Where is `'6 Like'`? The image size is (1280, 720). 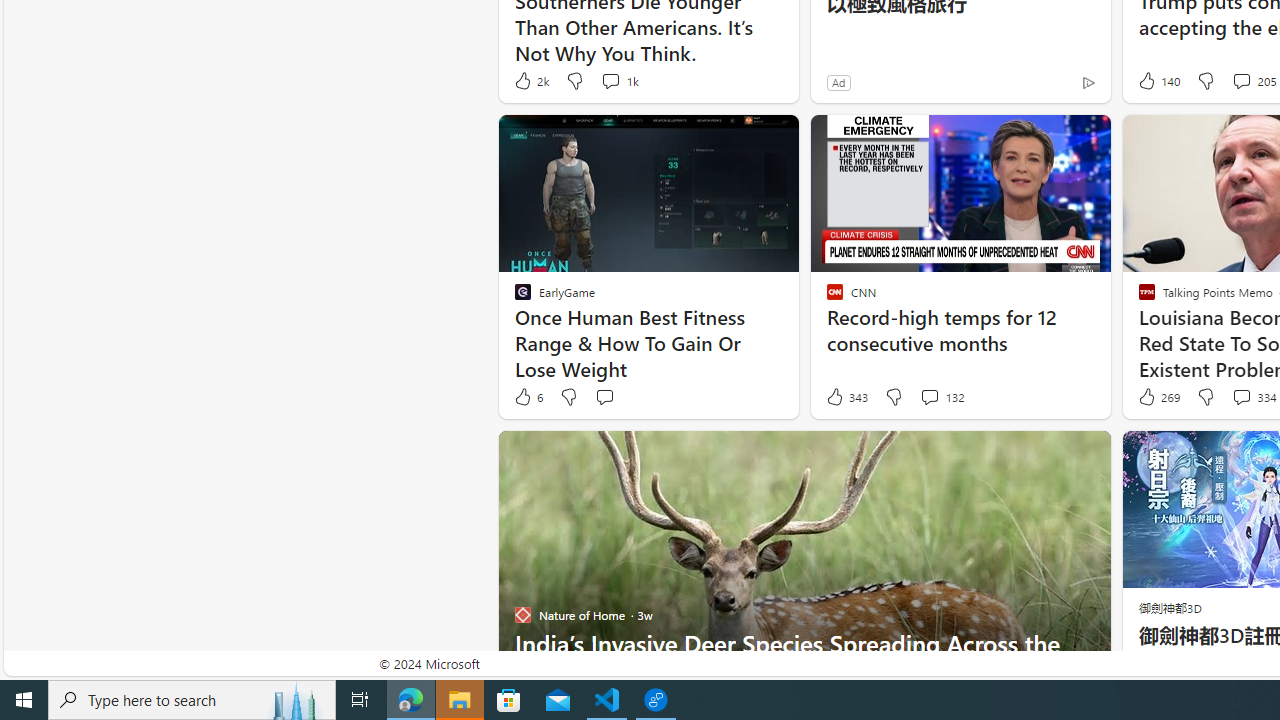
'6 Like' is located at coordinates (527, 397).